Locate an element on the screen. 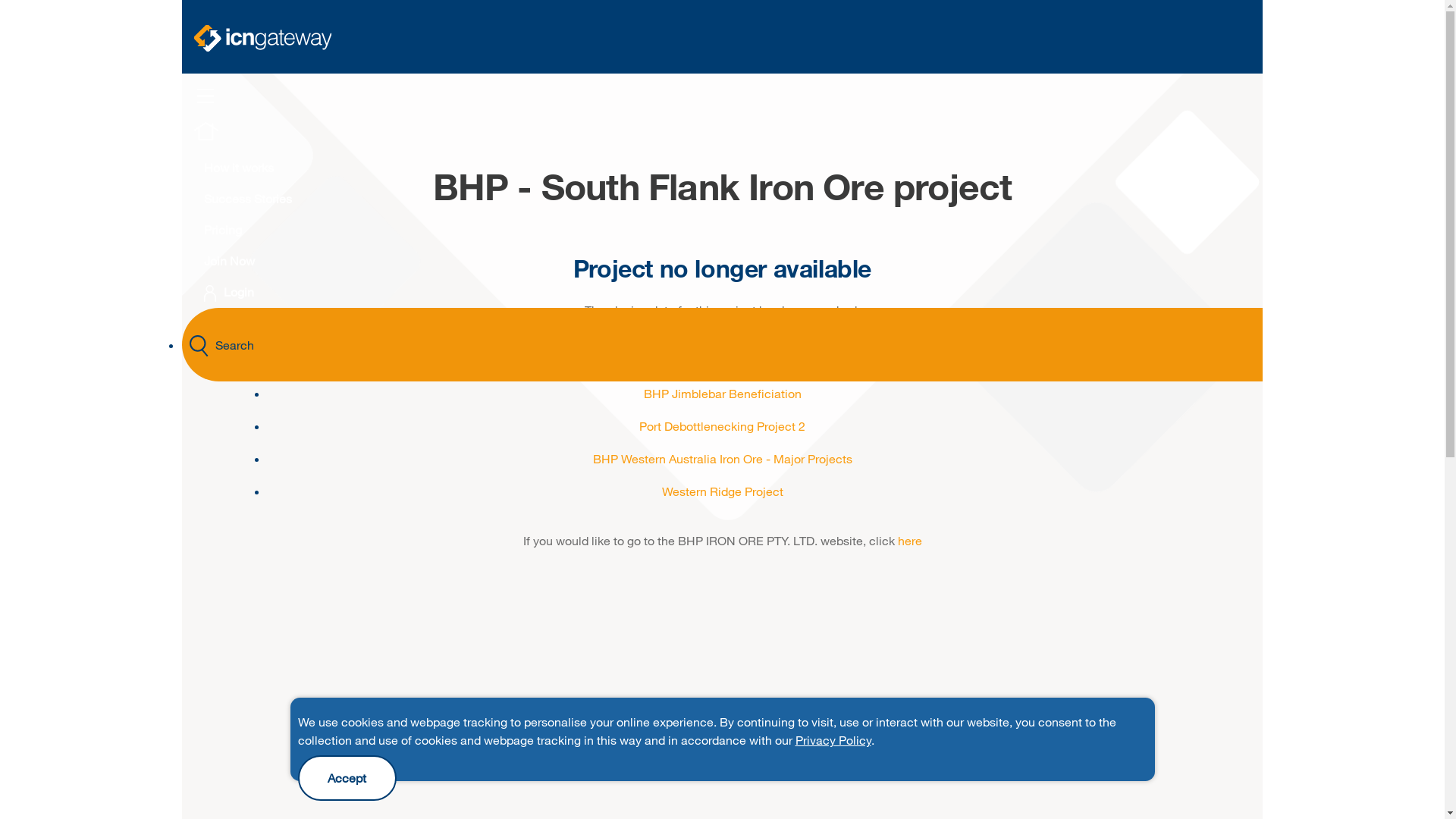  'here' is located at coordinates (910, 539).